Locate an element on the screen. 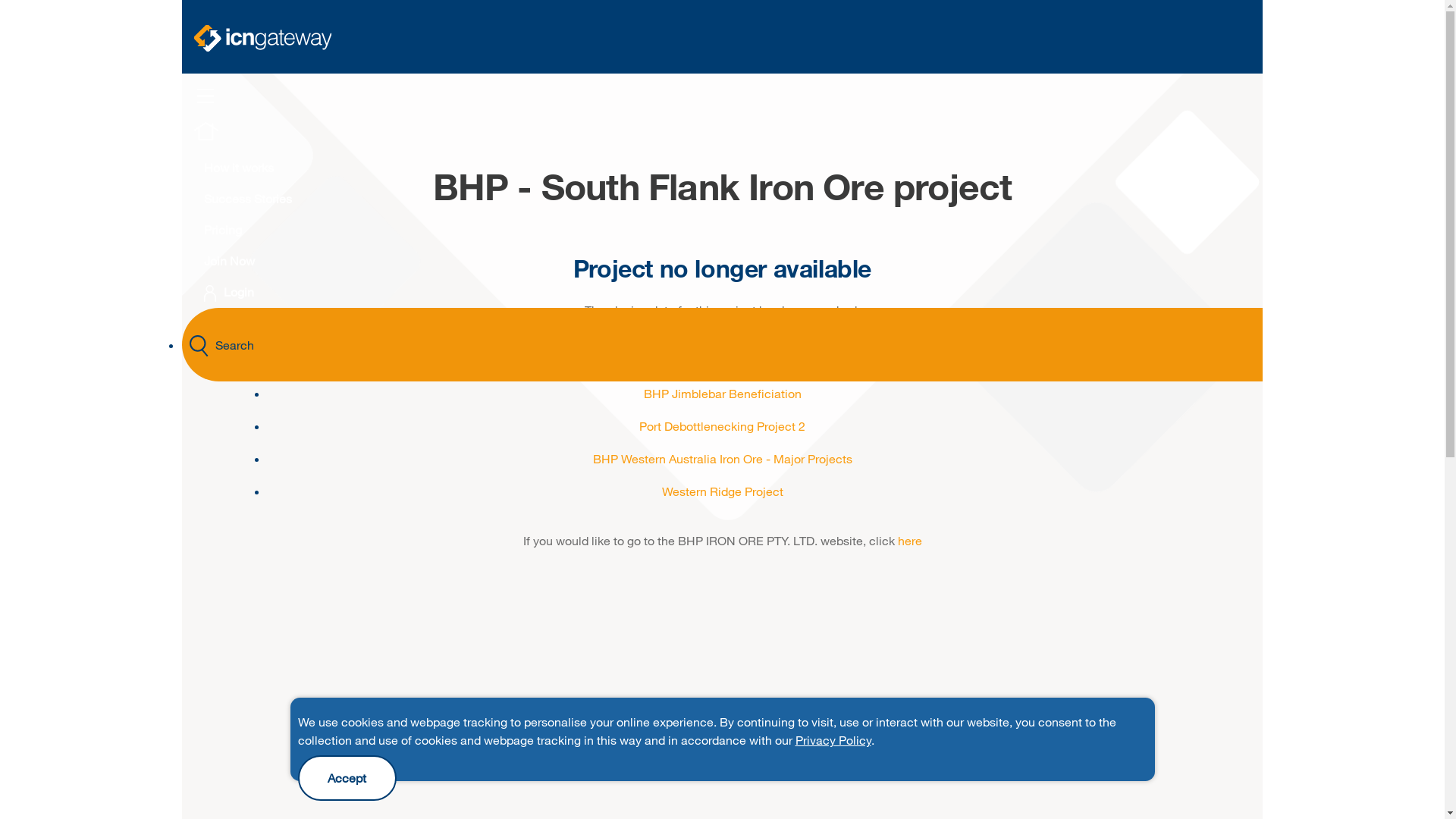  'here' is located at coordinates (910, 539).